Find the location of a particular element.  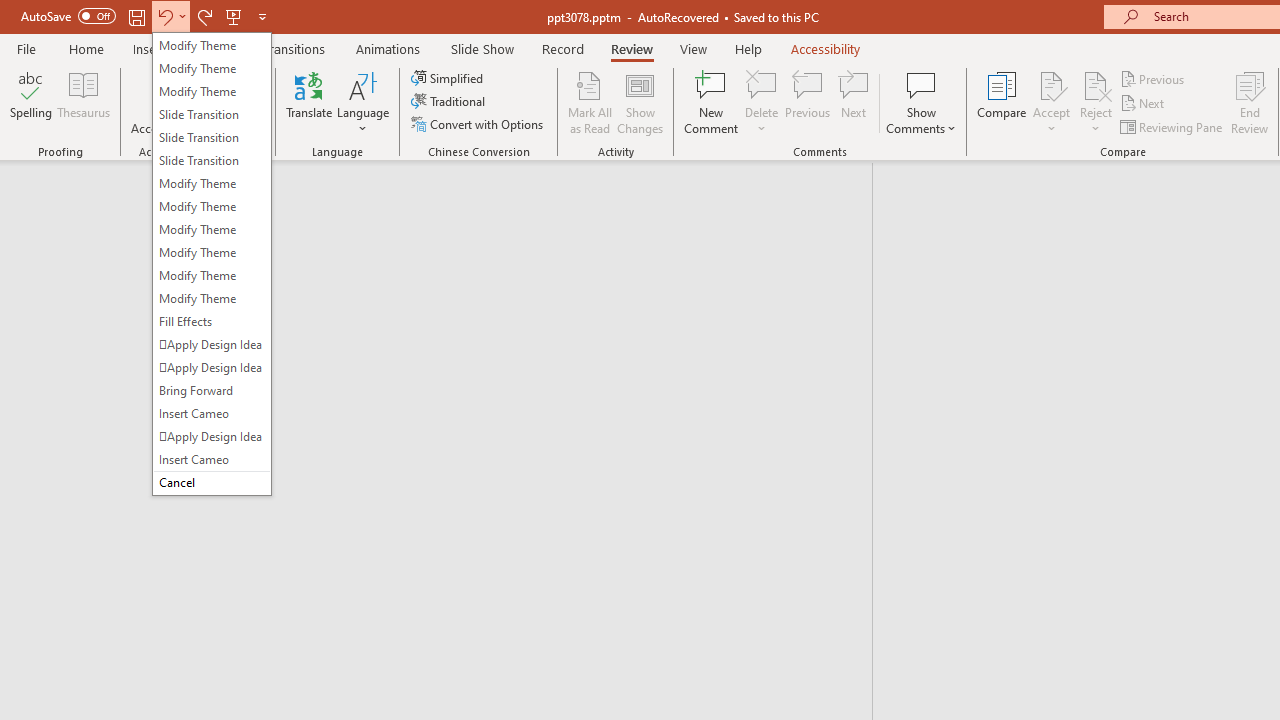

'Delete' is located at coordinates (761, 84).